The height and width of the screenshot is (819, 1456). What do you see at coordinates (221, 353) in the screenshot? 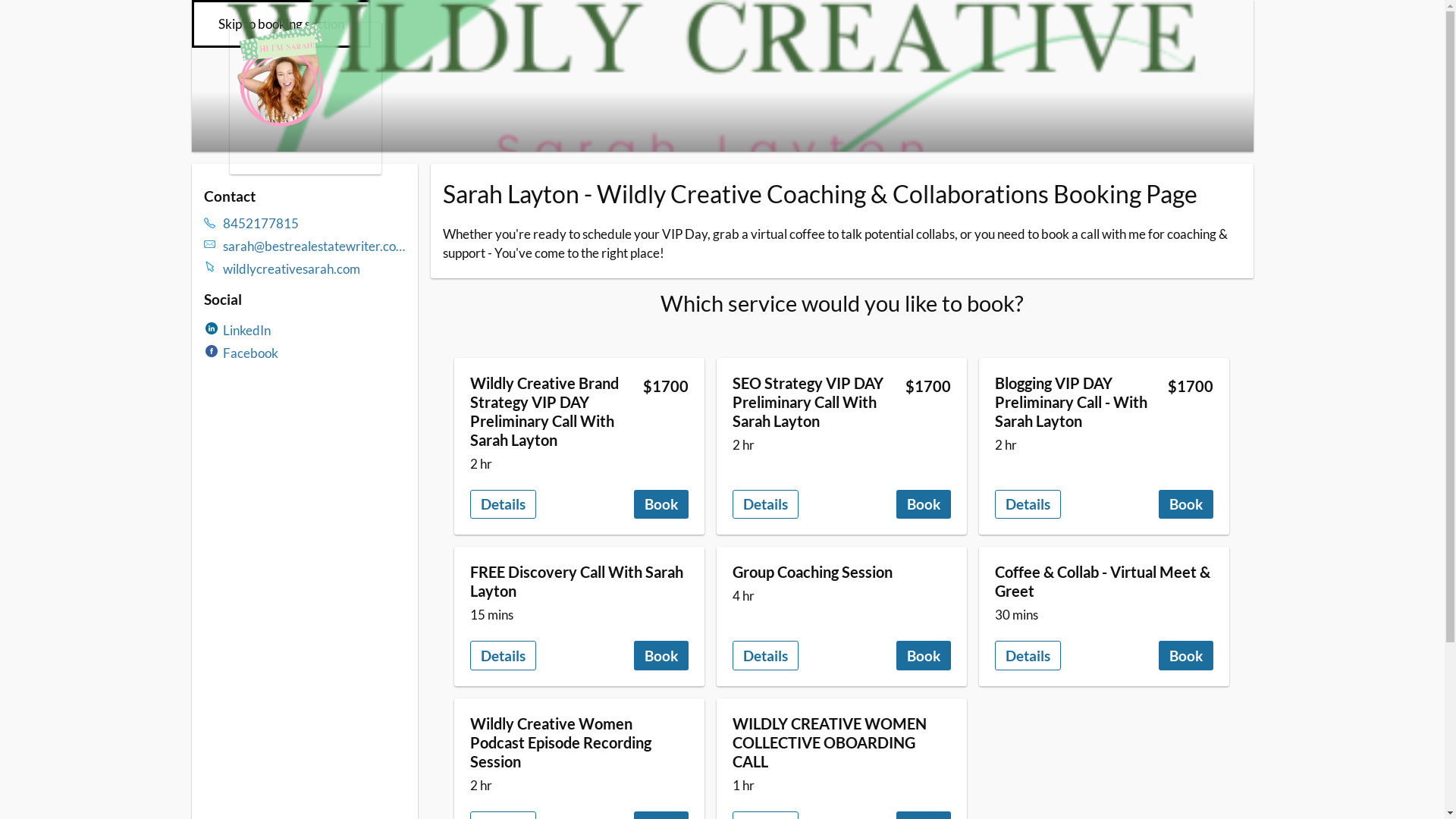
I see `'Facebook'` at bounding box center [221, 353].